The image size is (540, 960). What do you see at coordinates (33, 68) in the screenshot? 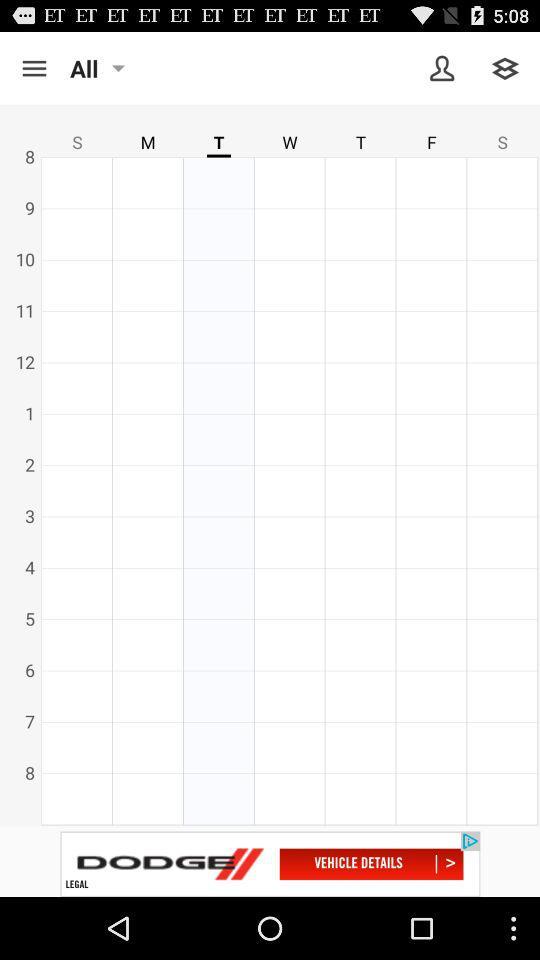
I see `open menu` at bounding box center [33, 68].